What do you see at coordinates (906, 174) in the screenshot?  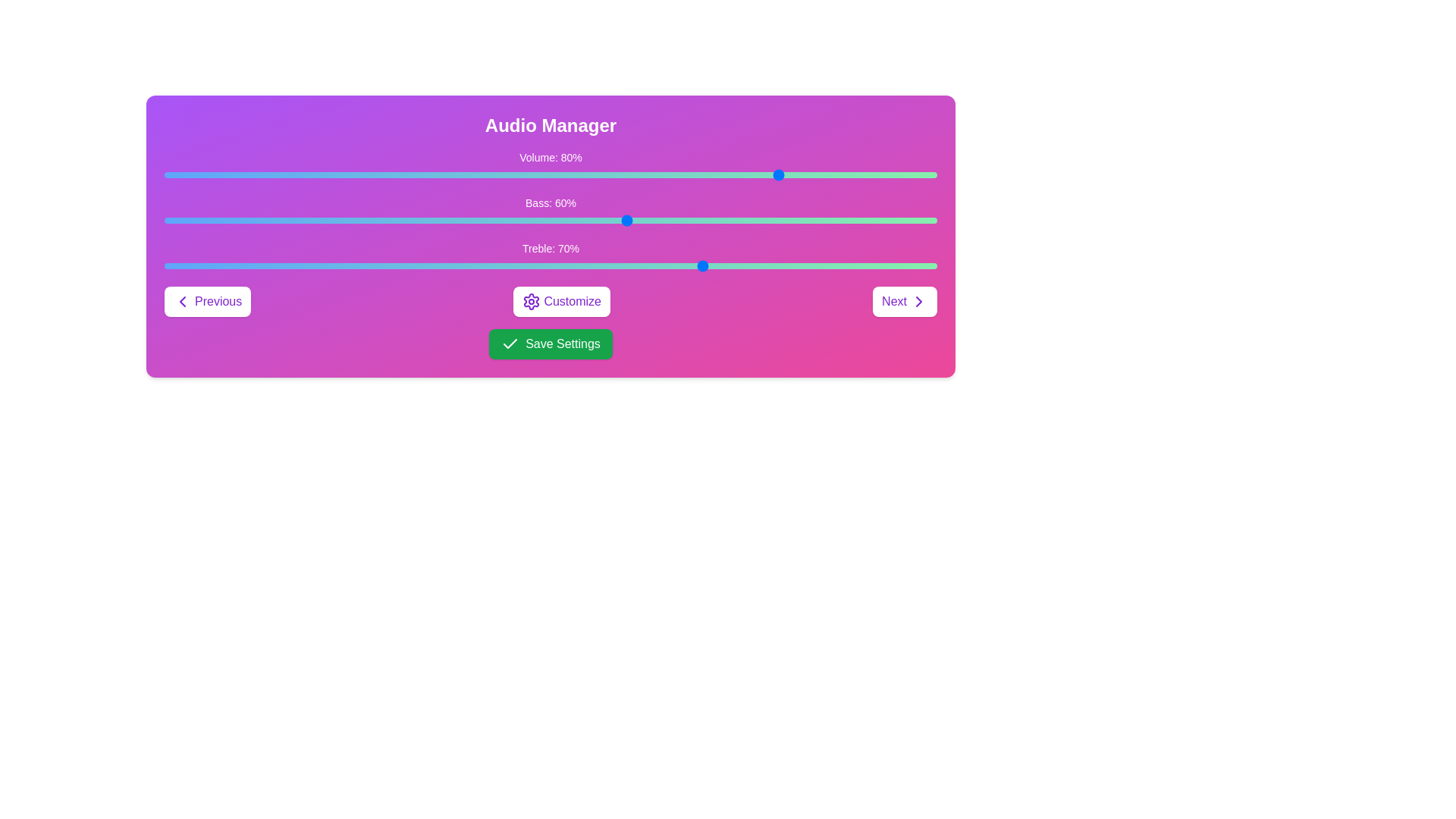 I see `the slider value` at bounding box center [906, 174].